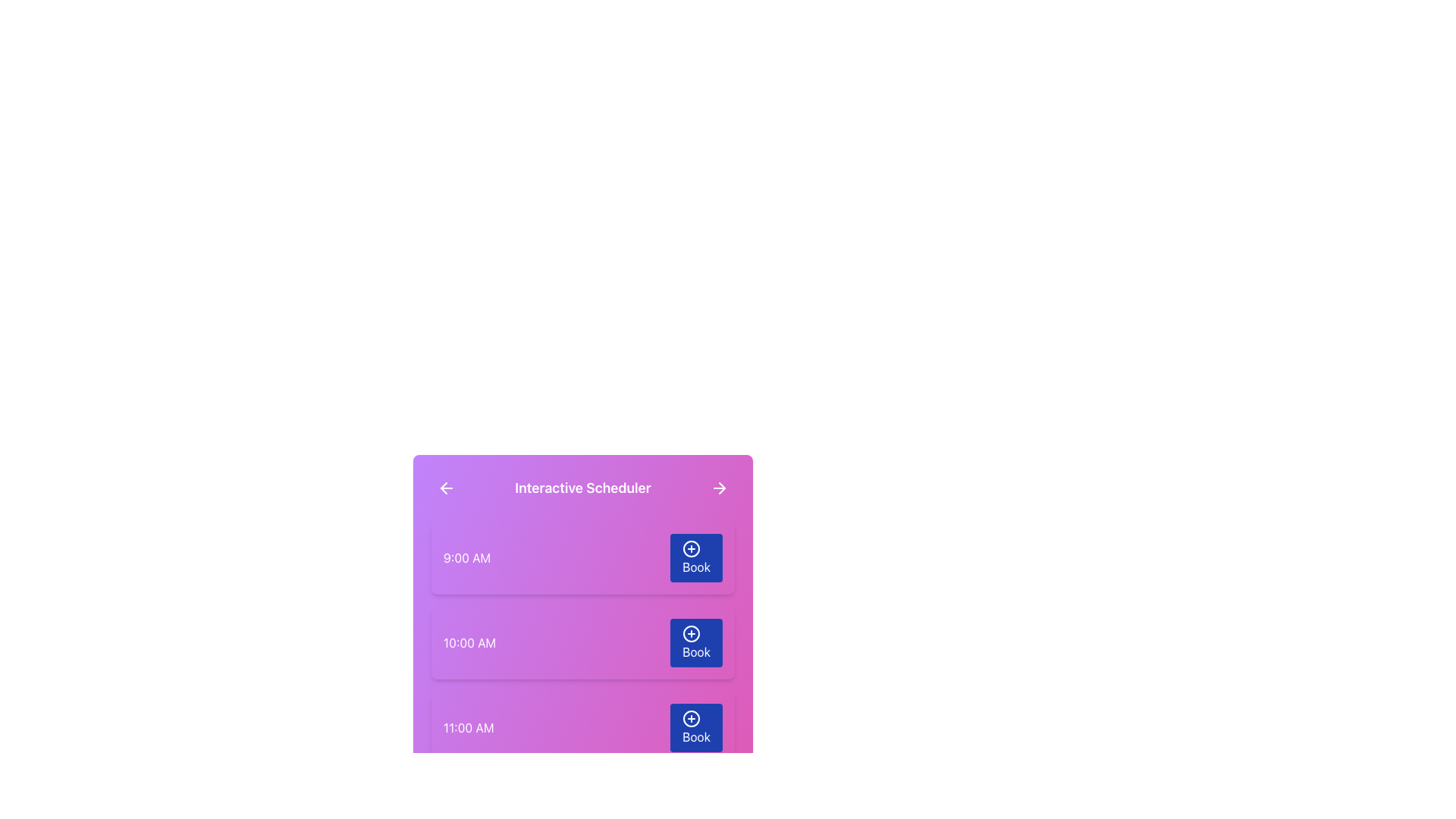  I want to click on the forward navigation arrow located in the top-right corner of the interactive scheduler's header bar, so click(719, 488).